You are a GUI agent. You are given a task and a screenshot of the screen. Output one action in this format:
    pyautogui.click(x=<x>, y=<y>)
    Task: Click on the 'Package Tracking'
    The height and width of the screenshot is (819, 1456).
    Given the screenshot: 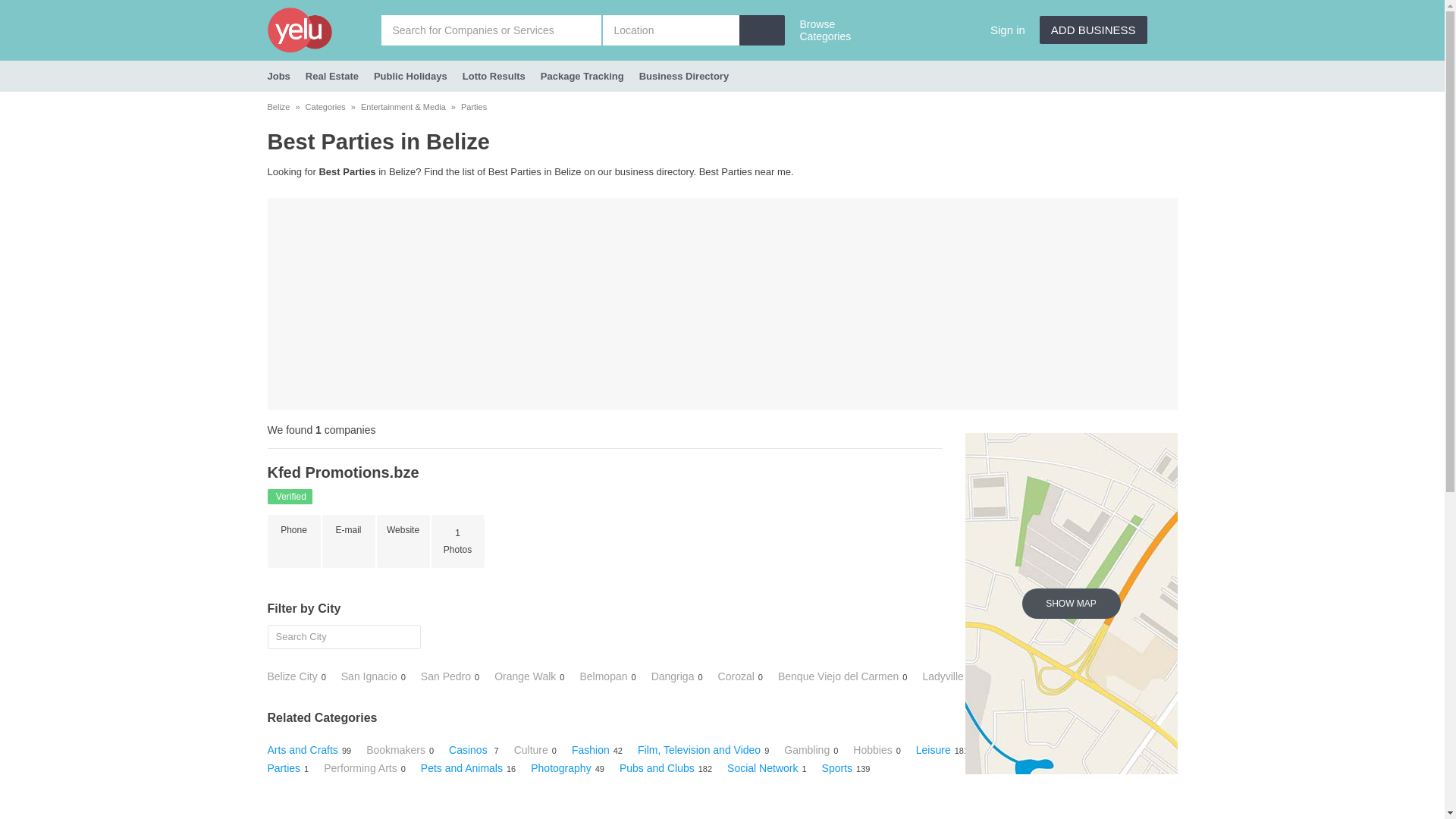 What is the action you would take?
    pyautogui.click(x=582, y=76)
    